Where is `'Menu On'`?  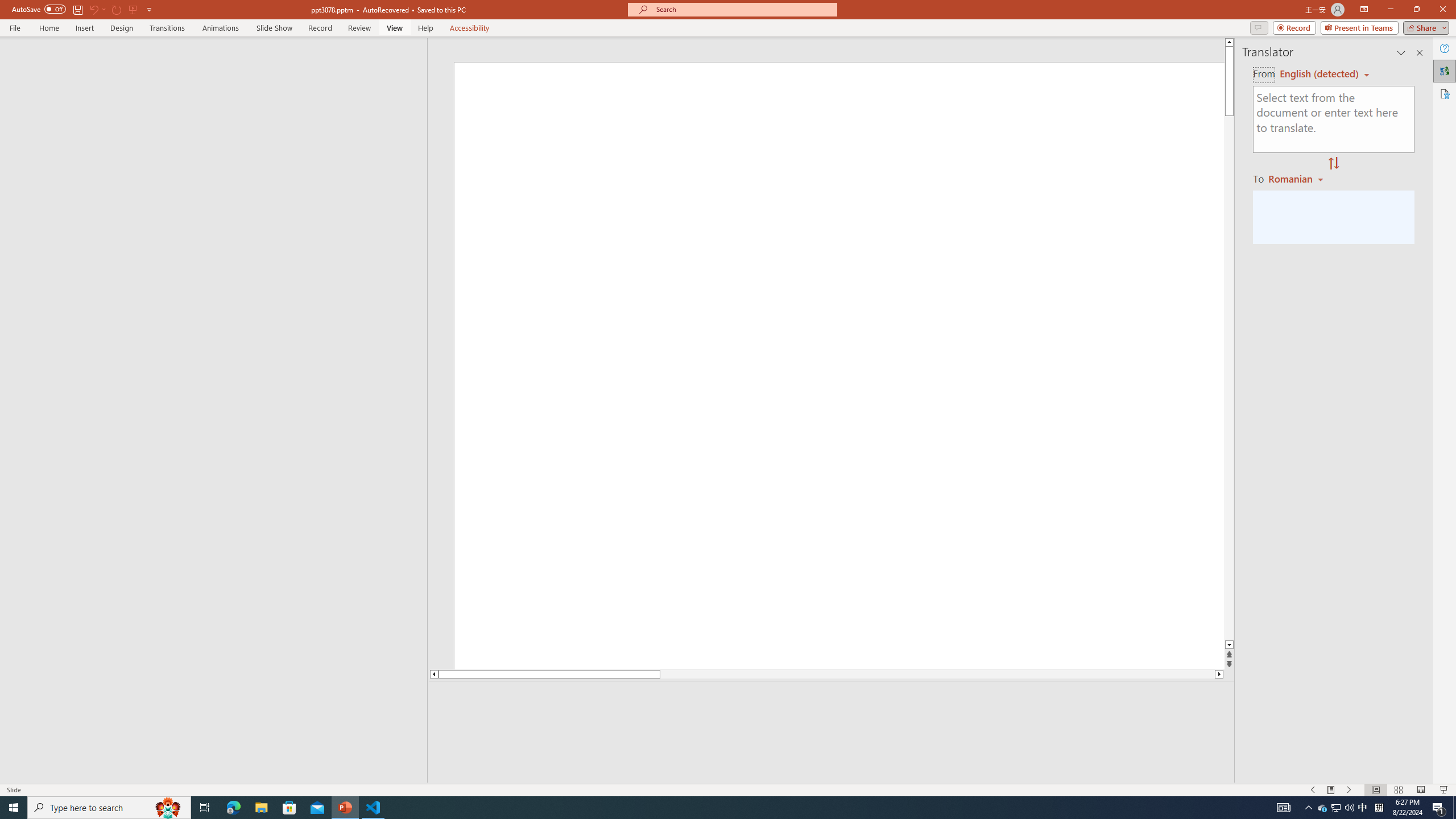 'Menu On' is located at coordinates (1331, 790).